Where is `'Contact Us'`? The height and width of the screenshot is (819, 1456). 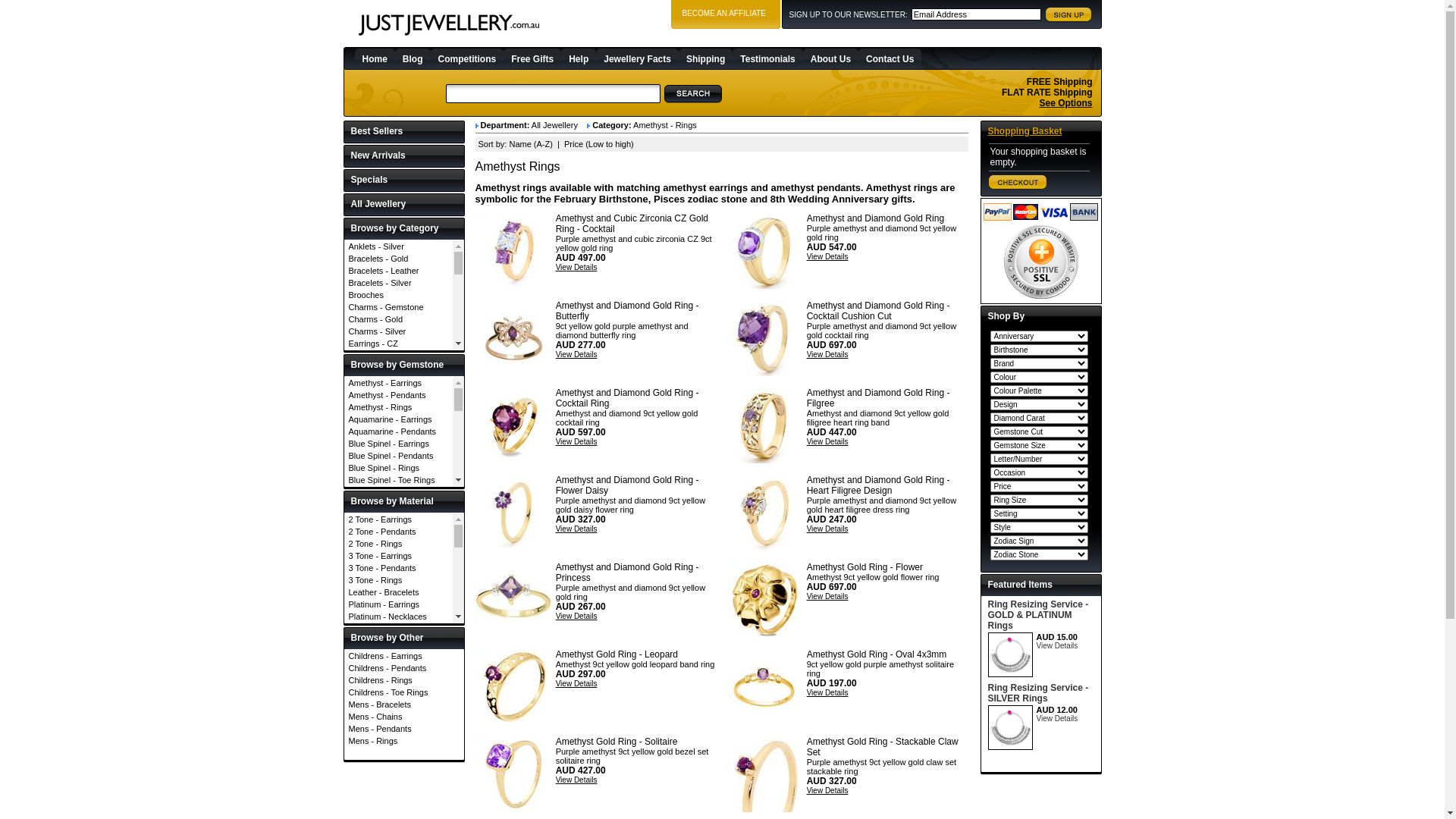
'Contact Us' is located at coordinates (858, 58).